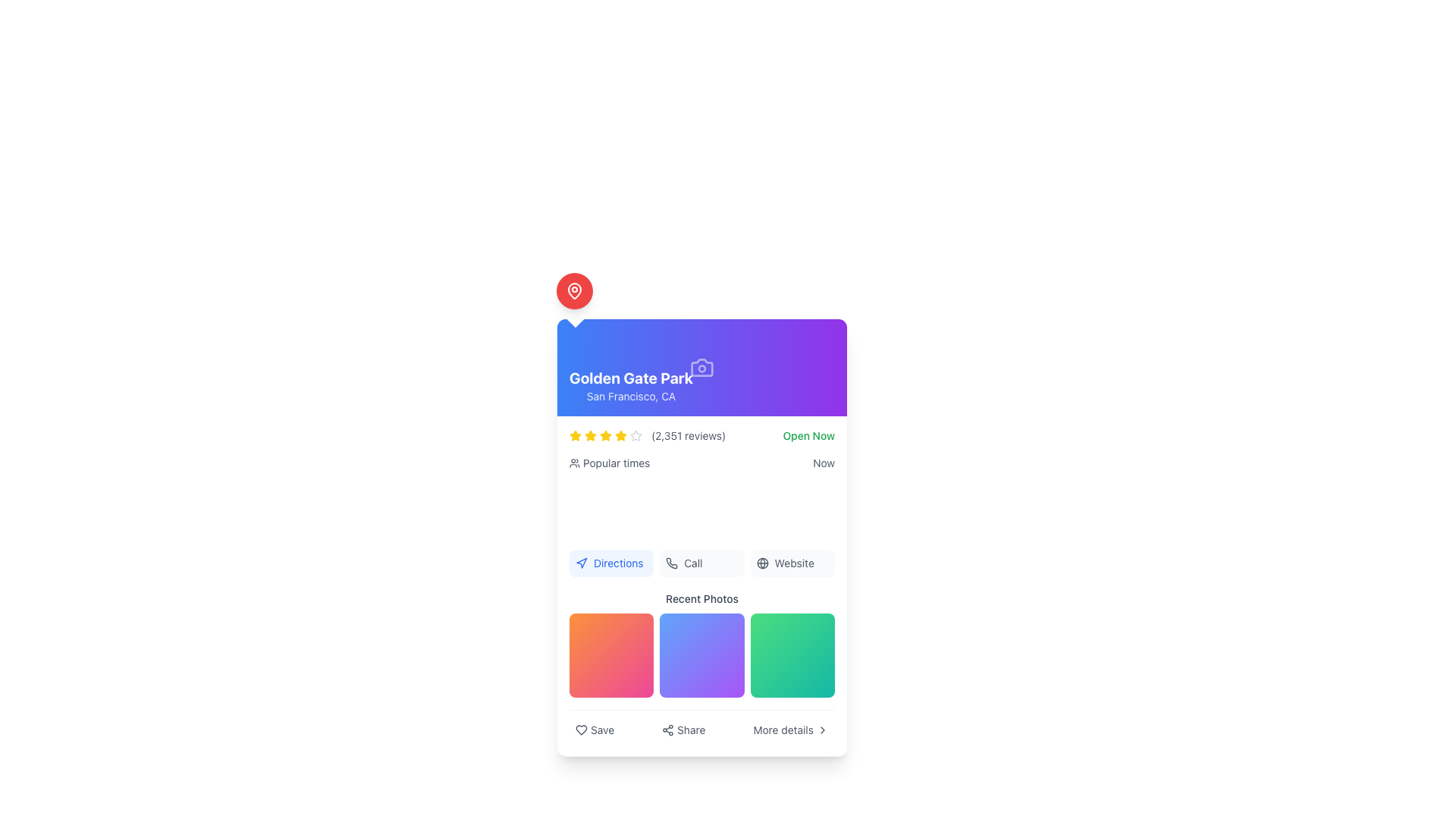  What do you see at coordinates (610, 462) in the screenshot?
I see `the 'Popular times' text element with an associated group of people icon, located under the star ratings and above options like 'Directions' and 'Call'` at bounding box center [610, 462].